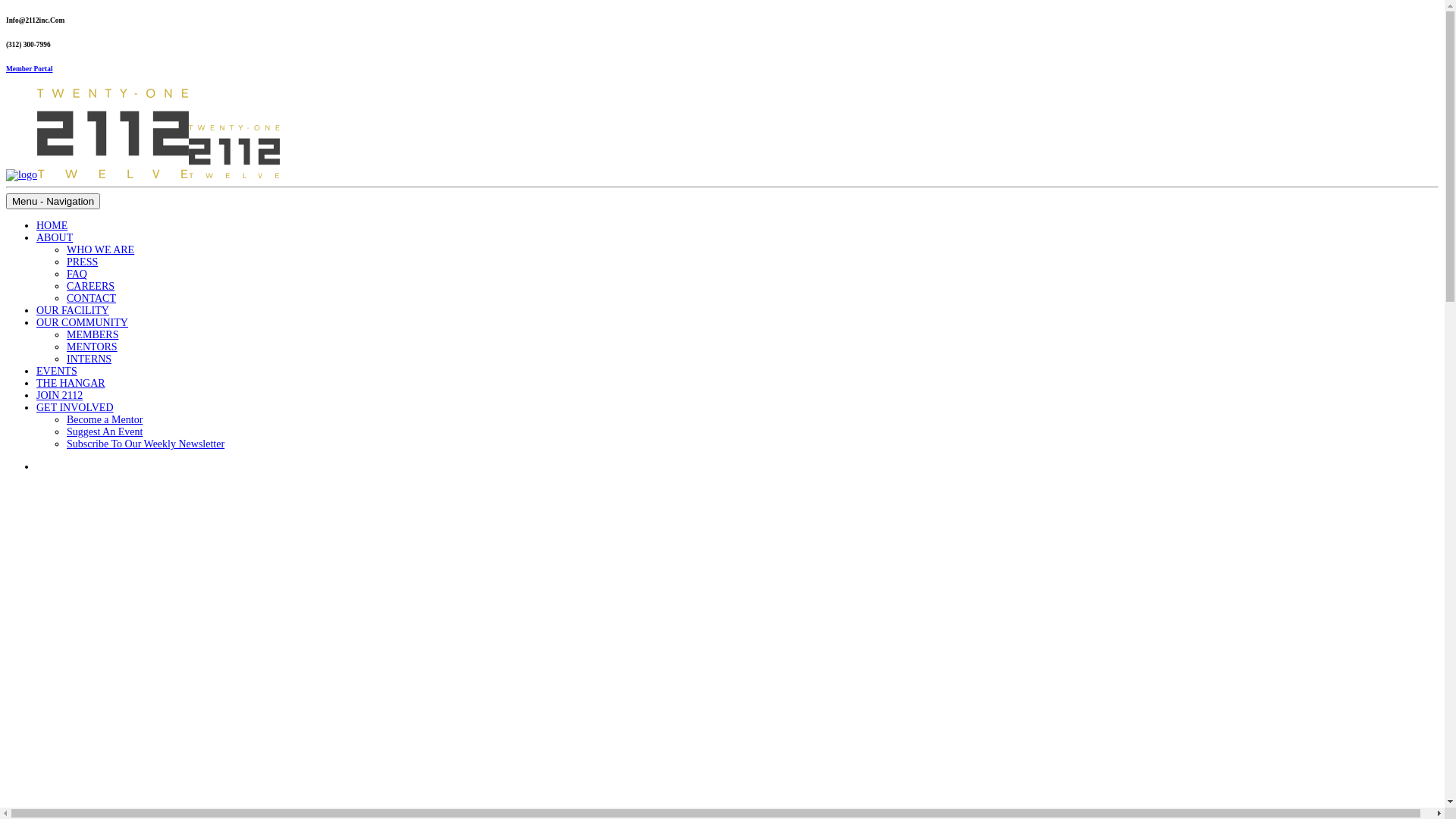 Image resolution: width=1456 pixels, height=819 pixels. Describe the element at coordinates (91, 334) in the screenshot. I see `'MEMBERS'` at that location.